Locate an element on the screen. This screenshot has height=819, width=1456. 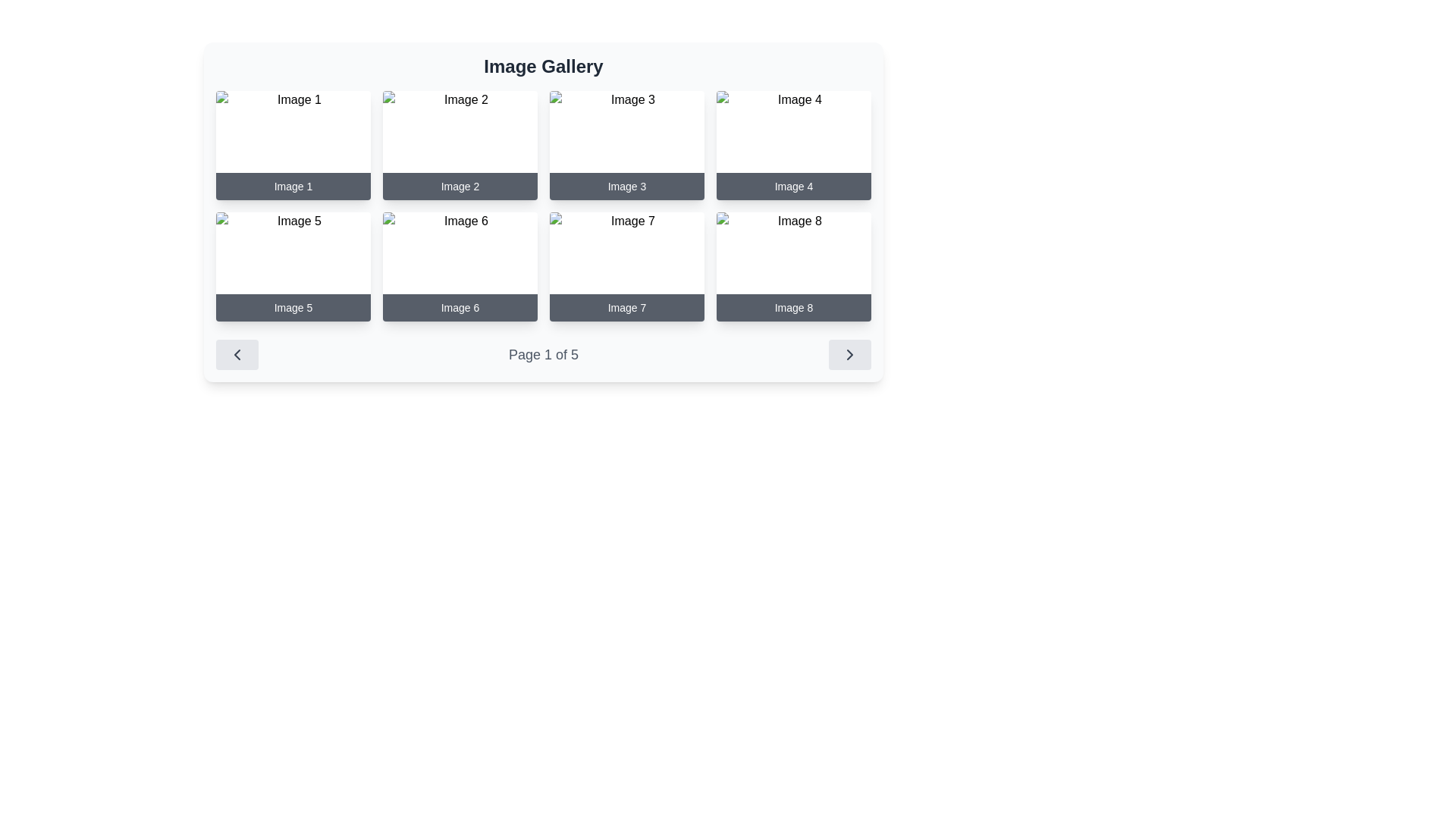
the Card element containing an image and caption with the caption 'Image 1' located in the first column of the first row, which has a dark gray overlay and rounded corners is located at coordinates (293, 146).